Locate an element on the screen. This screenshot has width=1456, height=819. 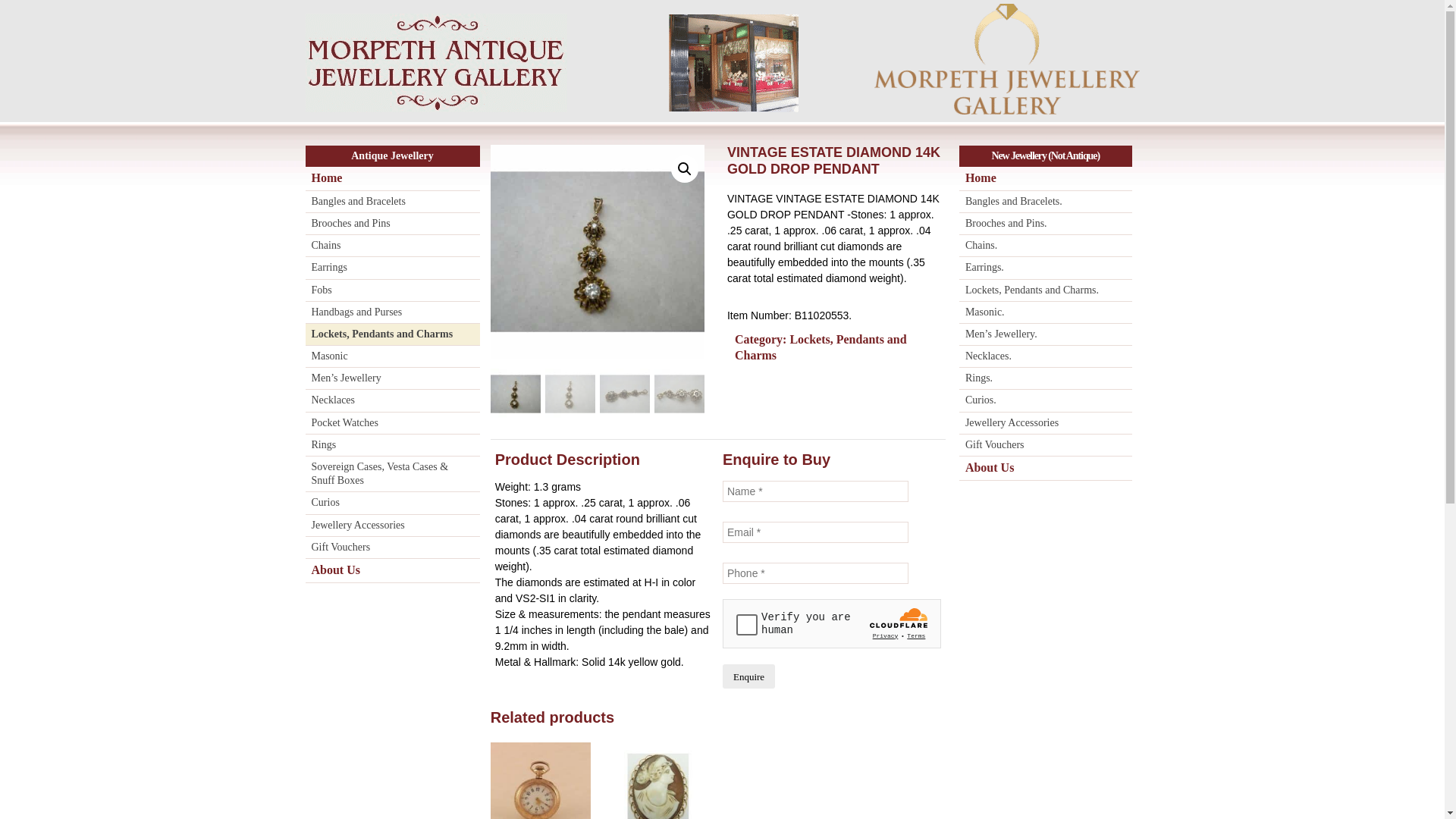
'Pocket Watches' is located at coordinates (392, 423).